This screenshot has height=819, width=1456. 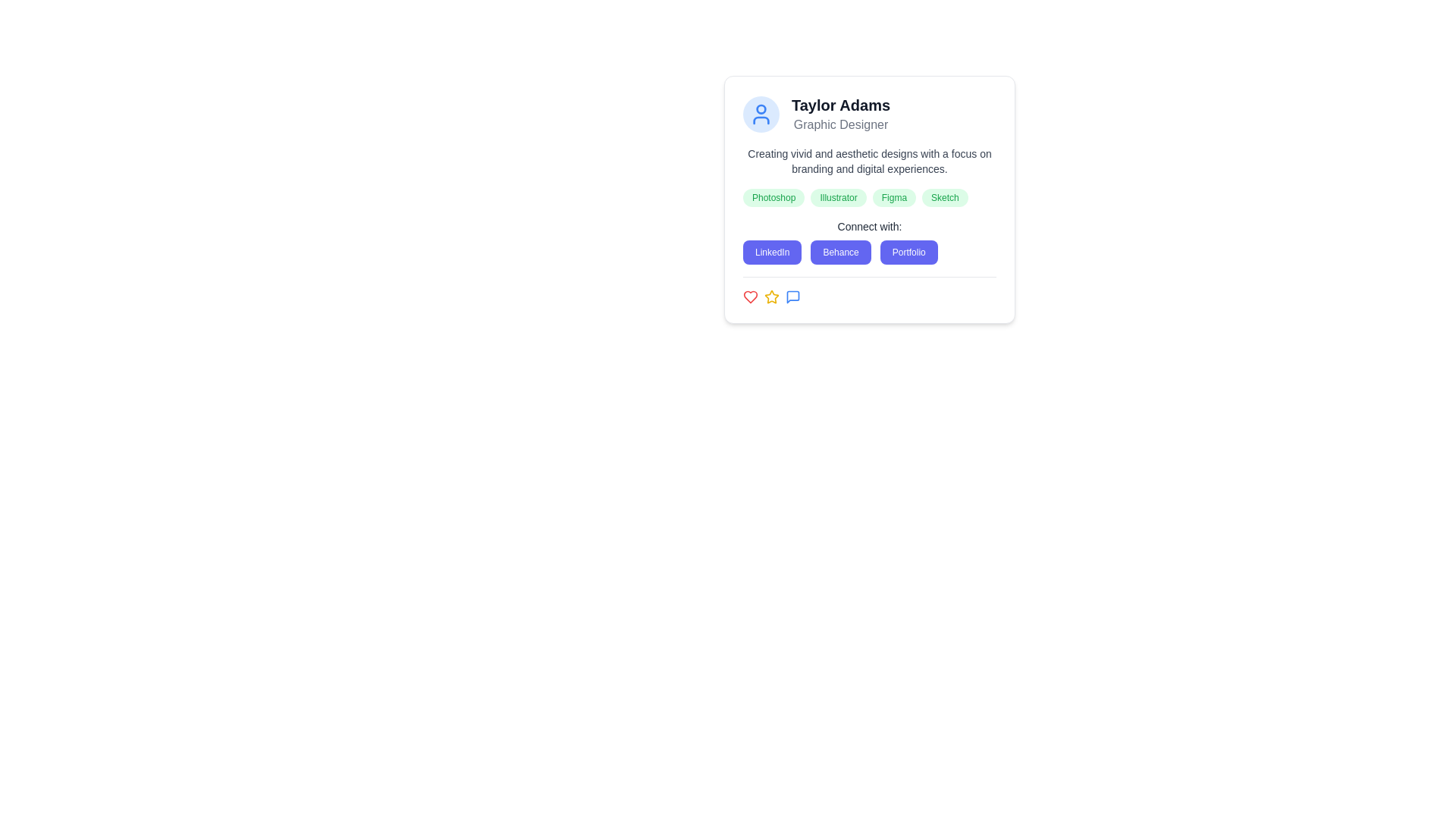 I want to click on the blue speech bubble icon located in the footer section of the user profile card, so click(x=792, y=297).